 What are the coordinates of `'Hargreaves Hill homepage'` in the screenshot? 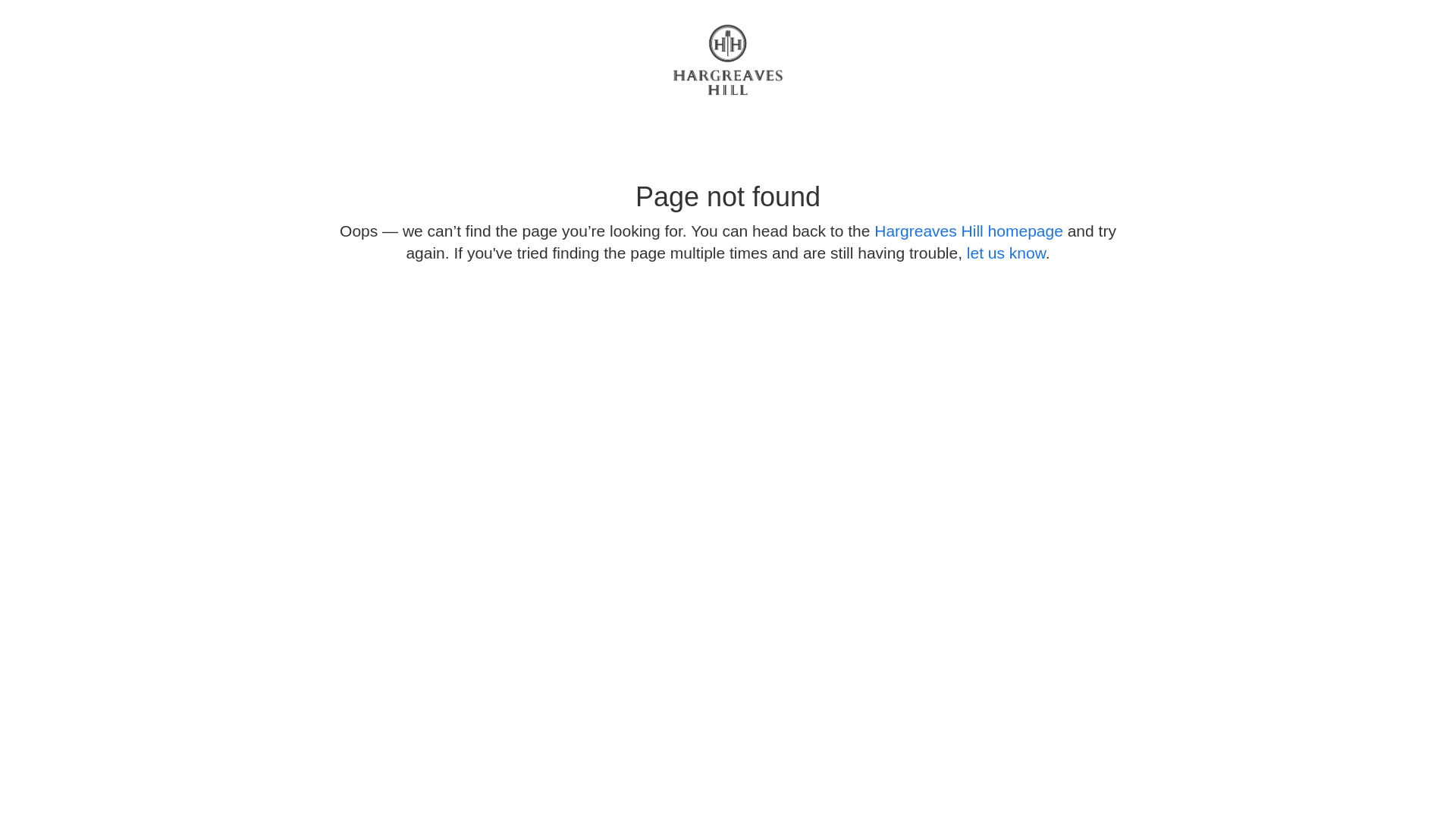 It's located at (968, 231).